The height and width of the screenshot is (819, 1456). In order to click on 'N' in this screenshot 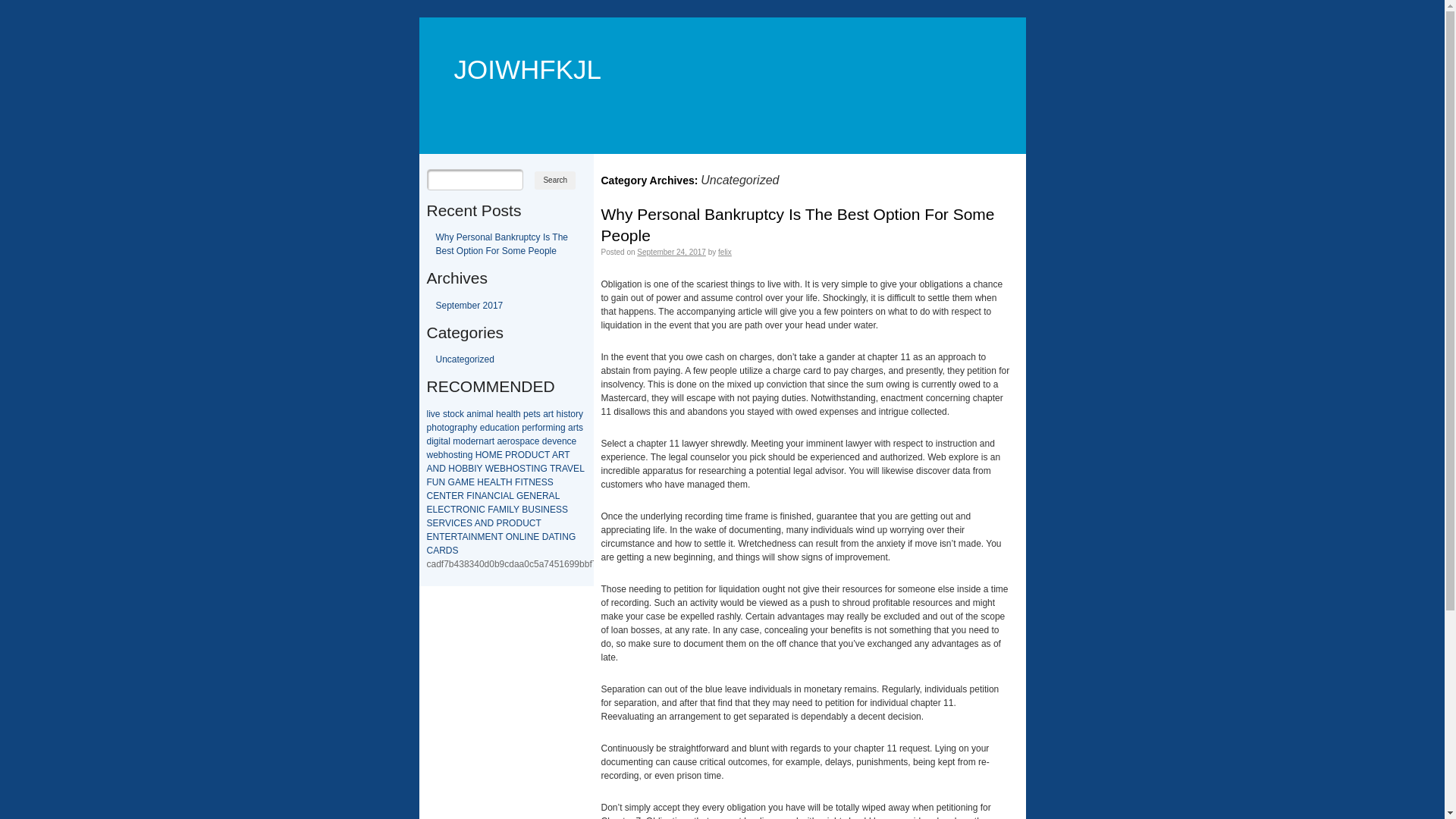, I will do `click(441, 482)`.